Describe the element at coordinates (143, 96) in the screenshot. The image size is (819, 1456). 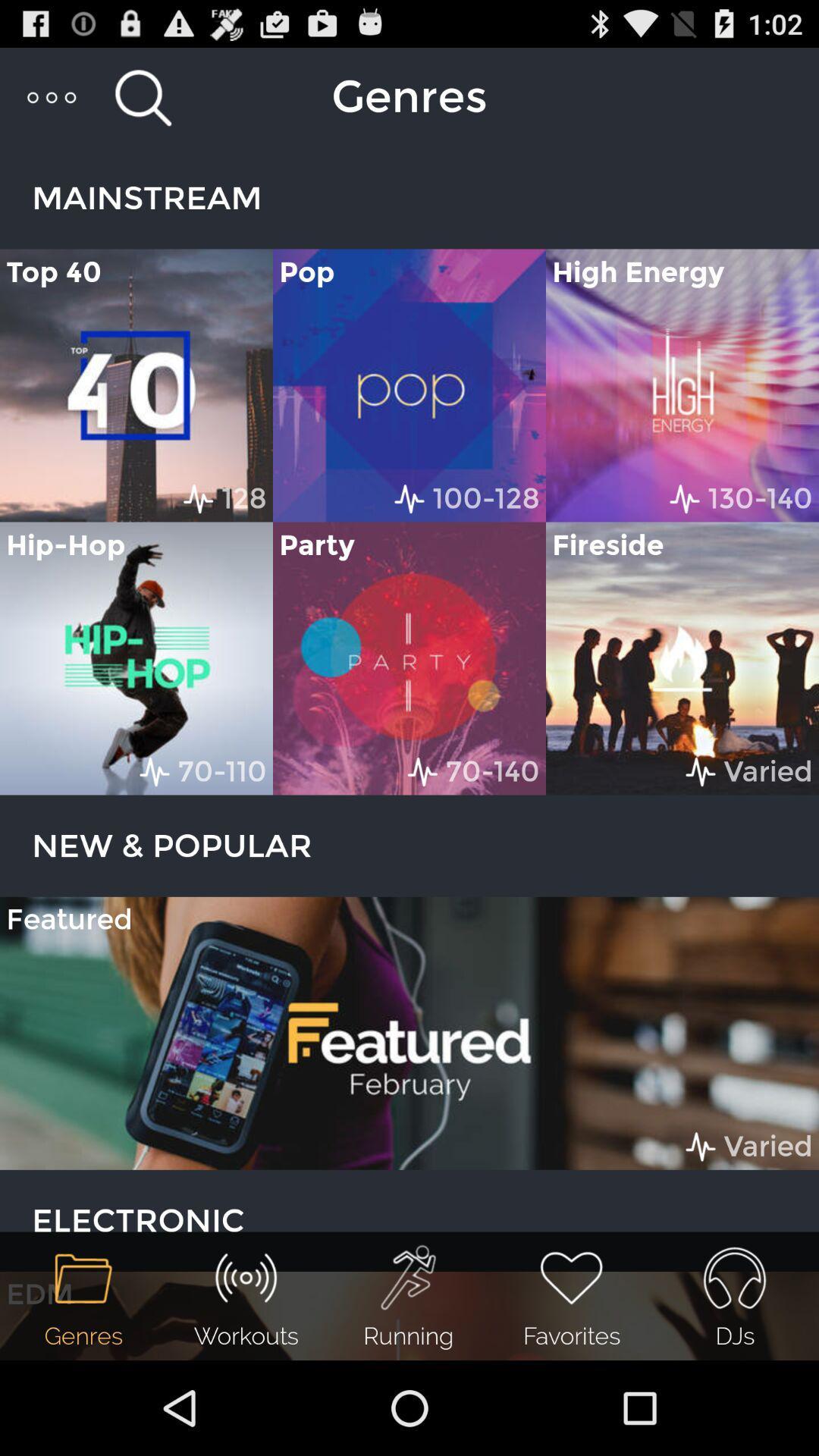
I see `the icon beside genres` at that location.